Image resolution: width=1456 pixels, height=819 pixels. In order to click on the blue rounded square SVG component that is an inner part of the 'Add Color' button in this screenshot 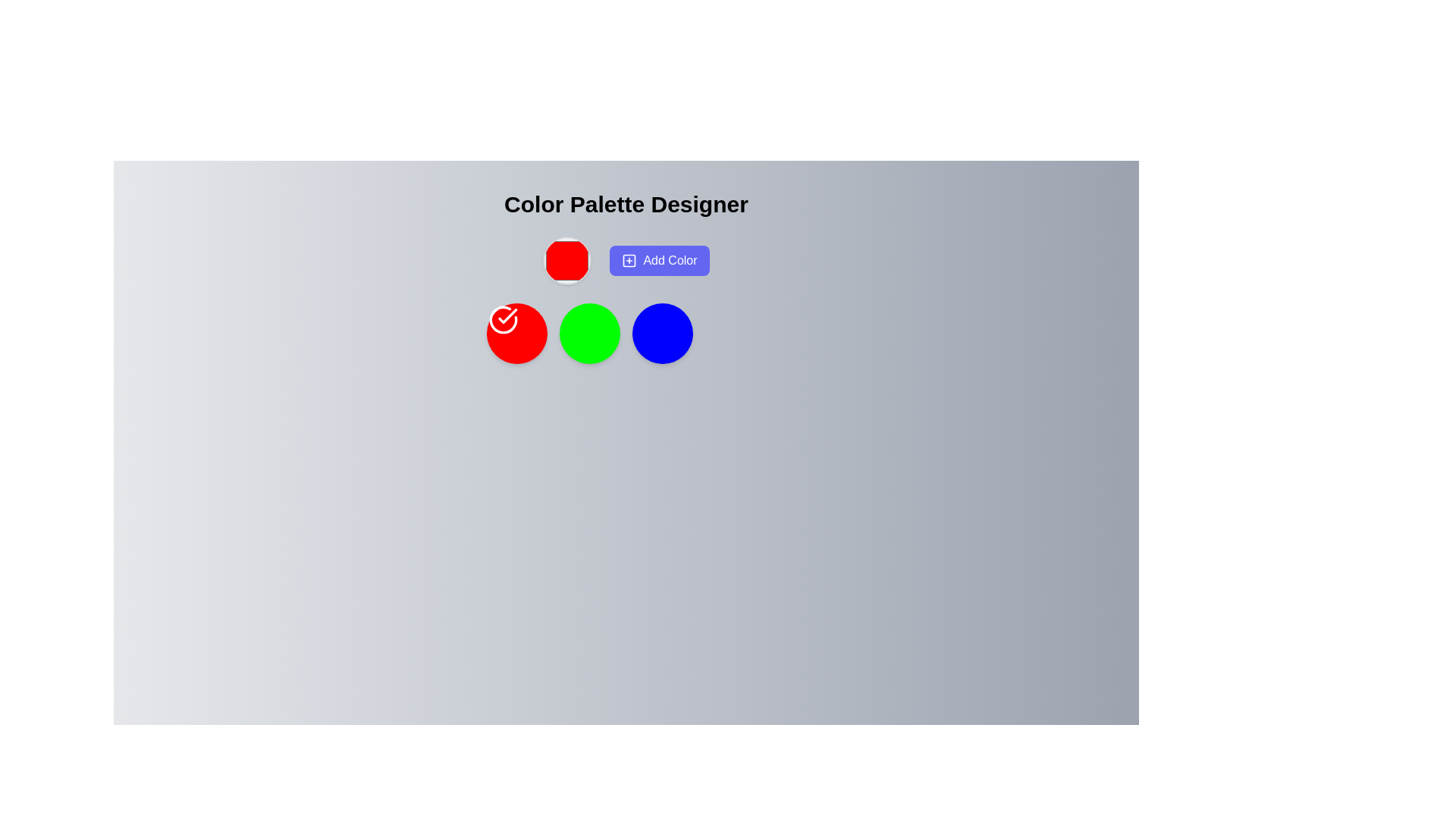, I will do `click(629, 259)`.